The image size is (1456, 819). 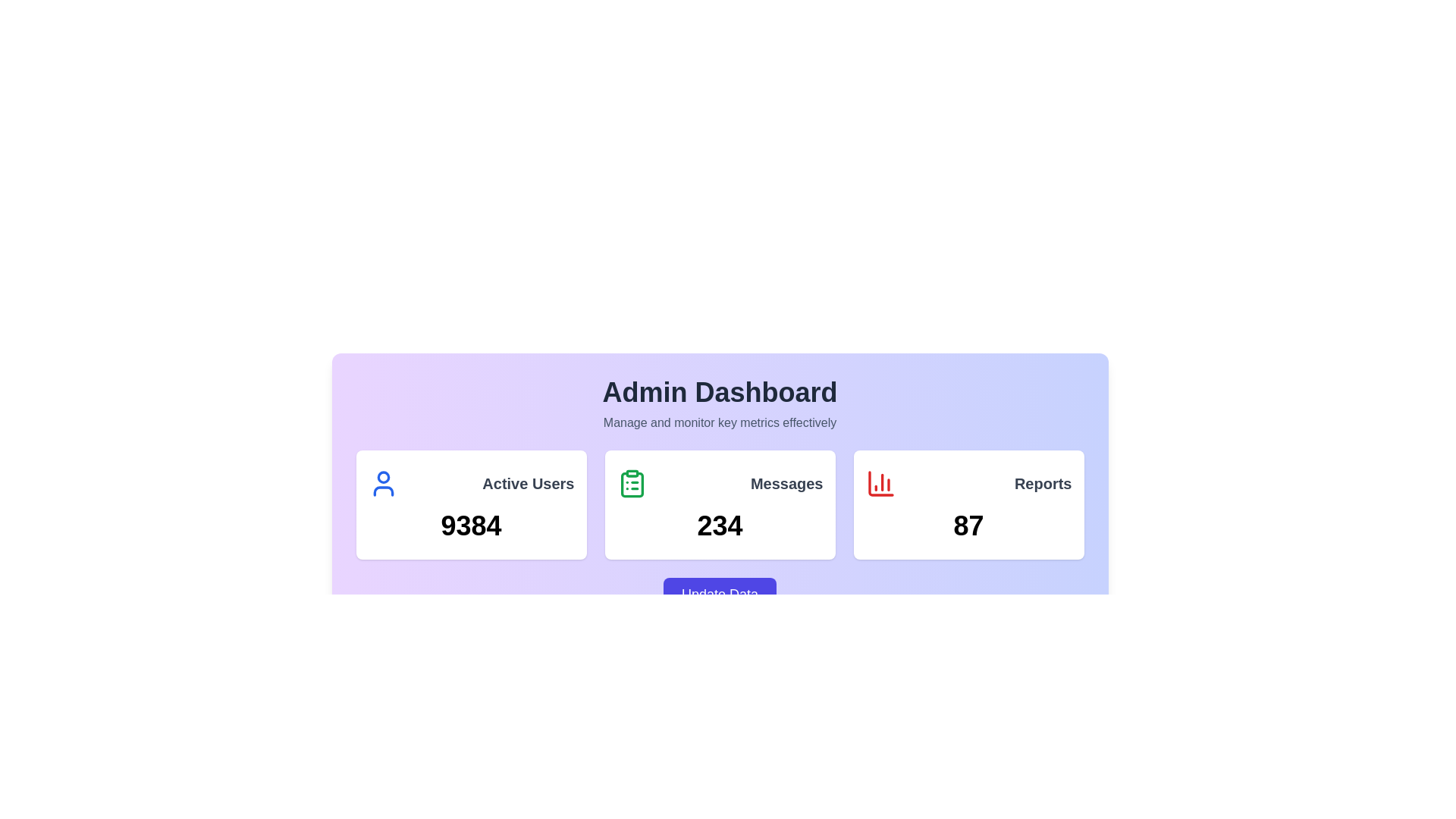 What do you see at coordinates (719, 593) in the screenshot?
I see `the 'Update Data' button located at the bottom center of the dashboard section for keyboard interaction` at bounding box center [719, 593].